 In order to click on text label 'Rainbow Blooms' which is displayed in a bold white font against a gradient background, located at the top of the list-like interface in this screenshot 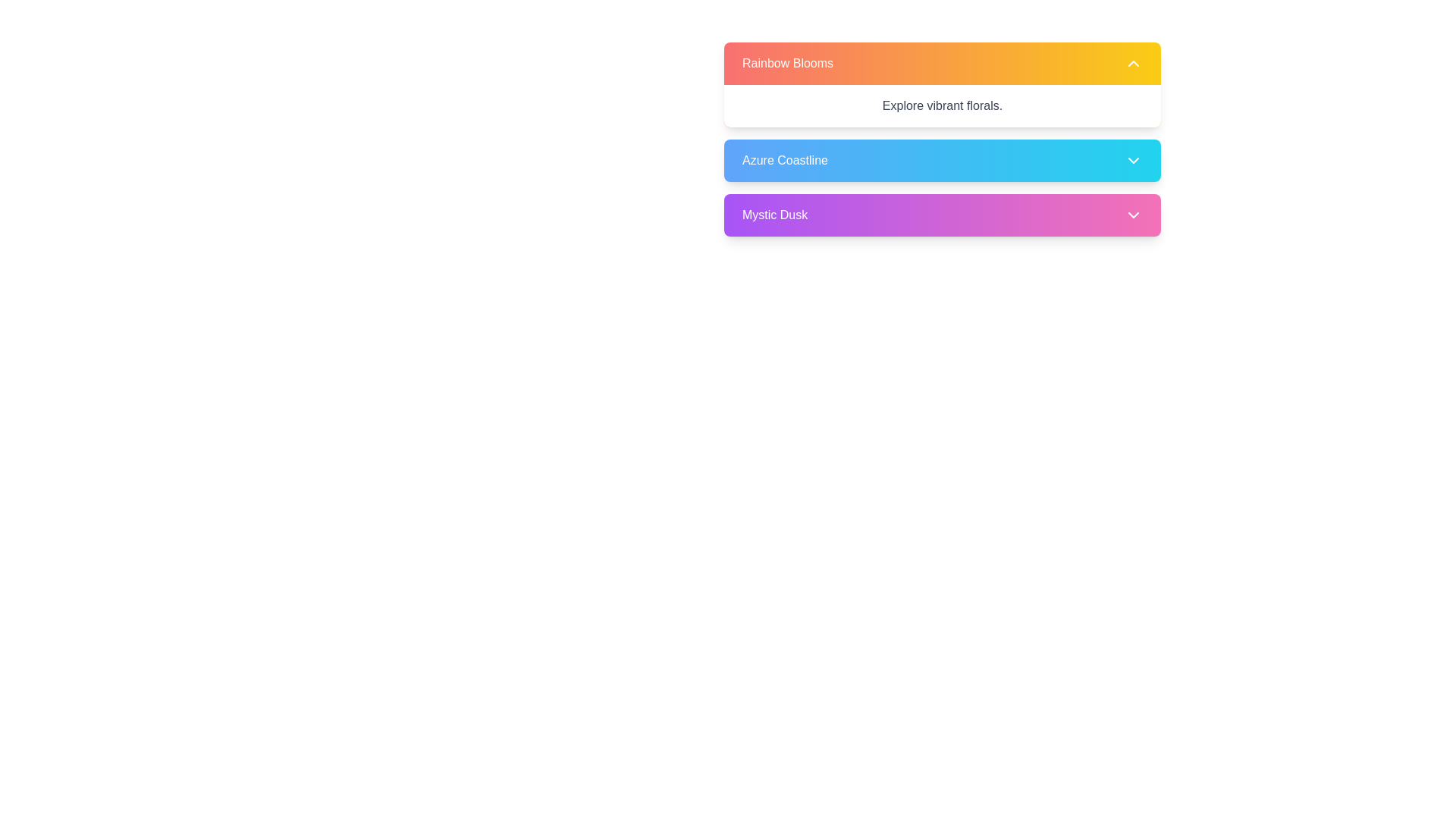, I will do `click(788, 63)`.